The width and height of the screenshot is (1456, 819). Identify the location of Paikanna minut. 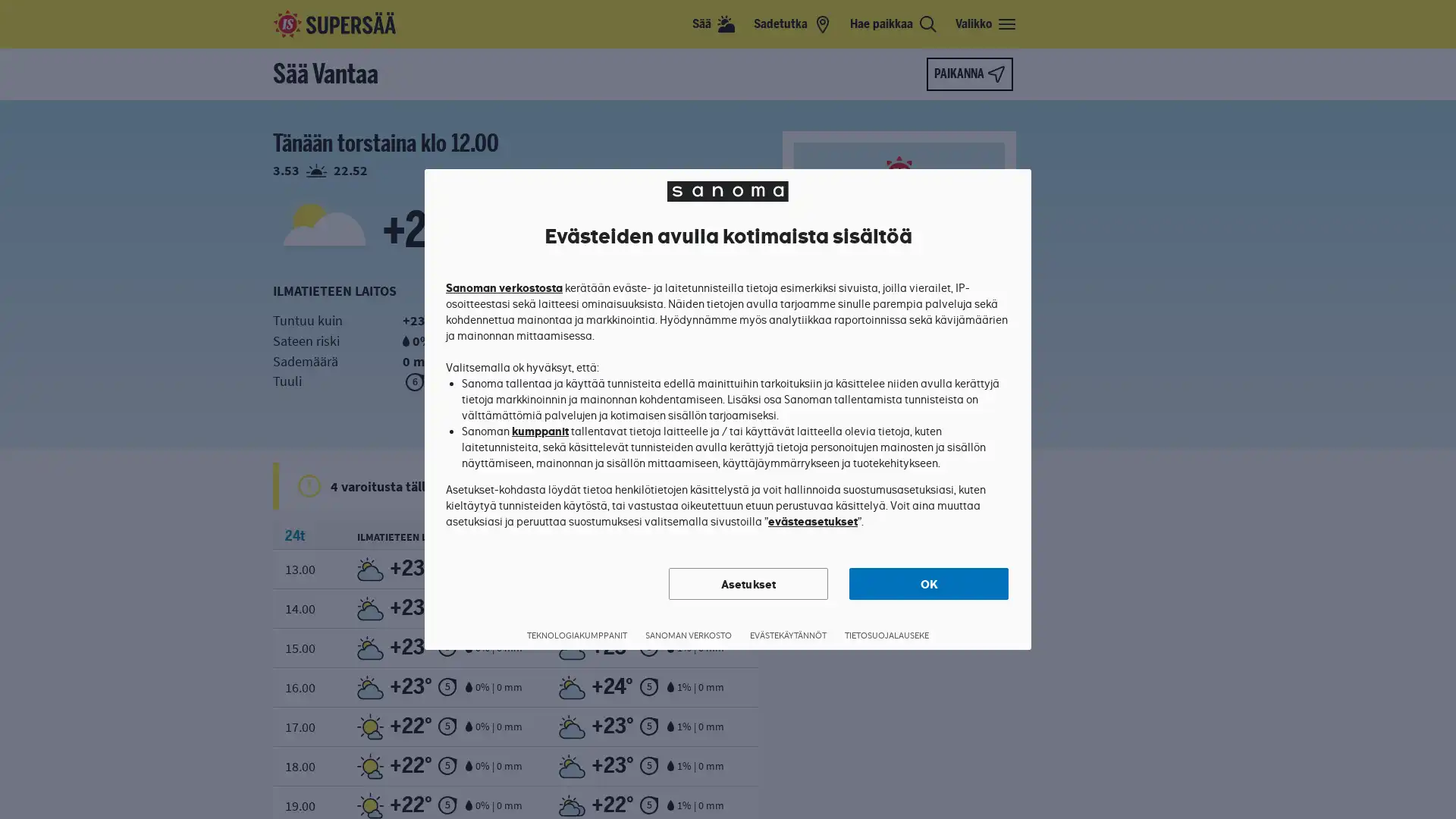
(968, 74).